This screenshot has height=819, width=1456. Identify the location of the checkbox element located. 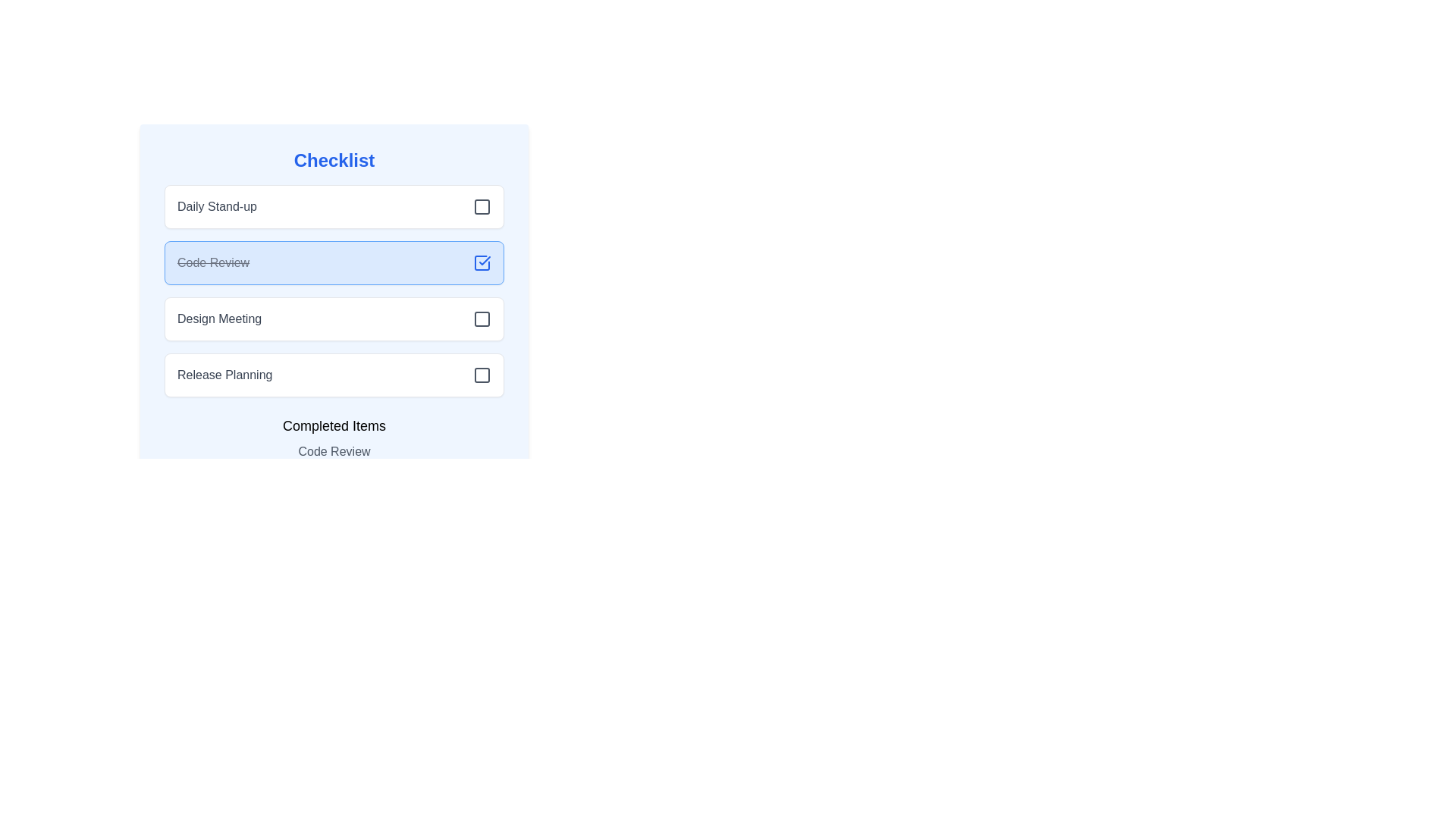
(481, 318).